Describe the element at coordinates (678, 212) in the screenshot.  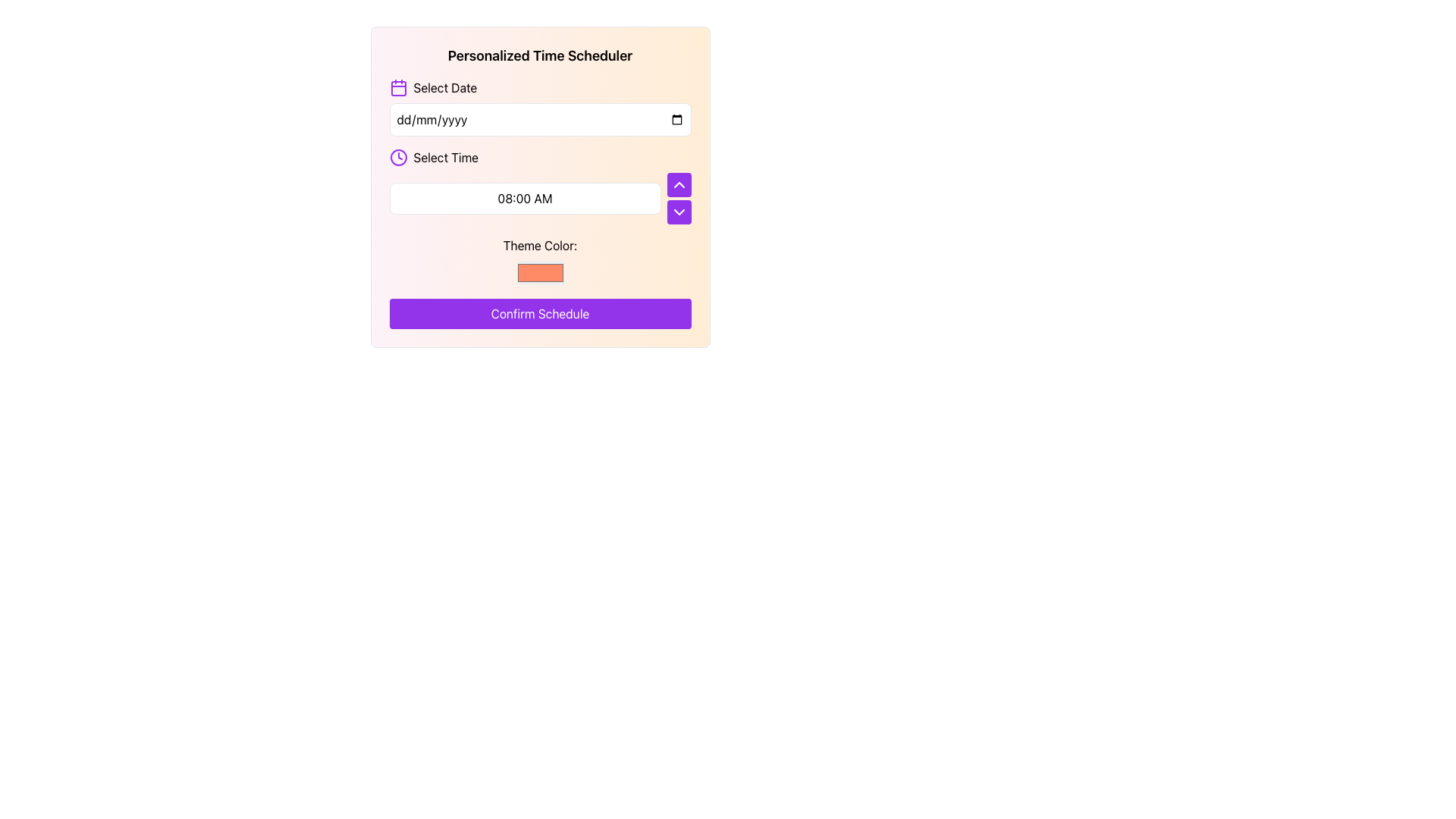
I see `the small square button with a purple background and a downwards arrow icon to decrease the time` at that location.